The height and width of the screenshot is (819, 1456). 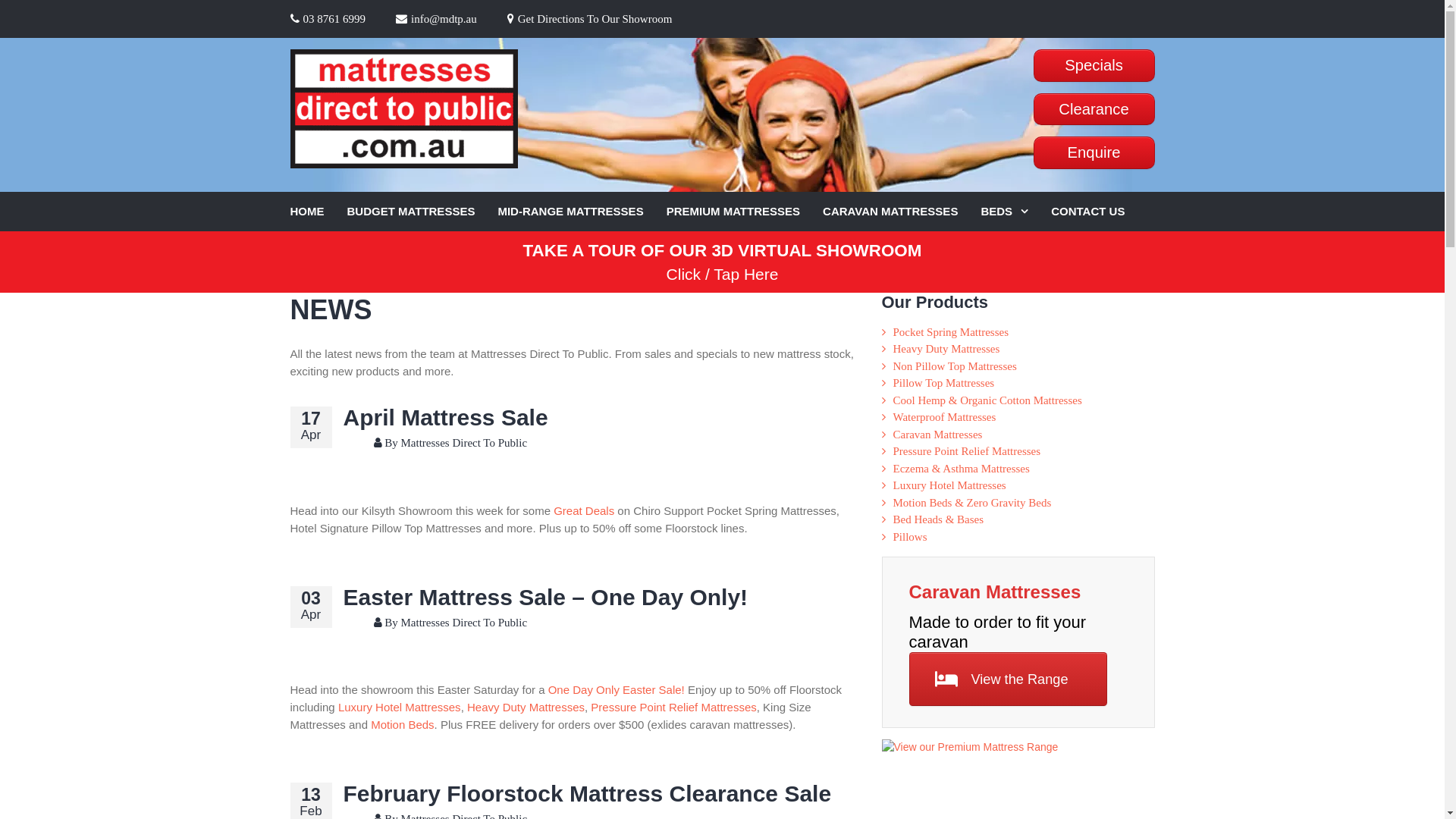 What do you see at coordinates (946, 348) in the screenshot?
I see `'Heavy Duty Mattresses'` at bounding box center [946, 348].